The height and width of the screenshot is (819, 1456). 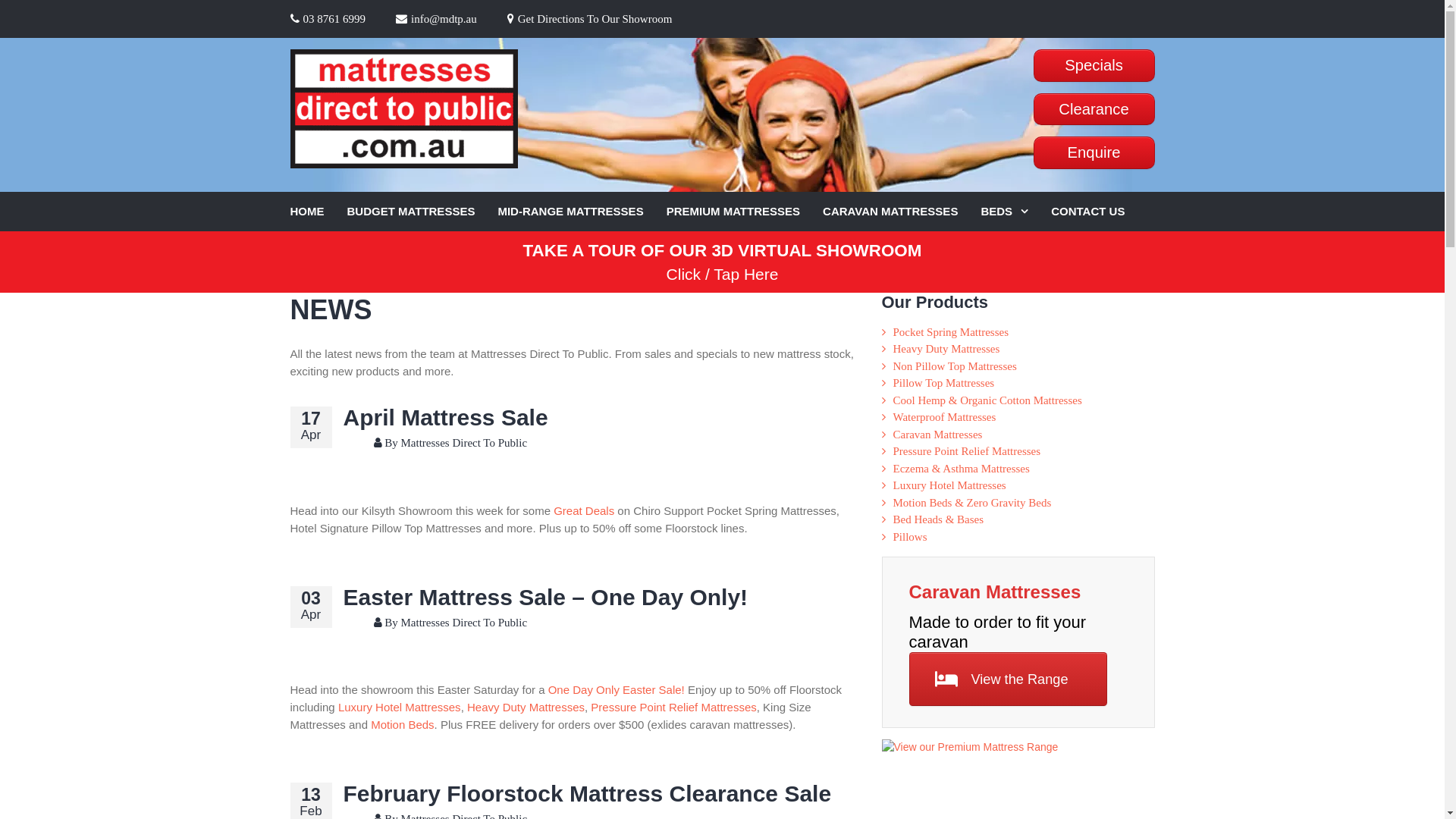 What do you see at coordinates (946, 348) in the screenshot?
I see `'Heavy Duty Mattresses'` at bounding box center [946, 348].